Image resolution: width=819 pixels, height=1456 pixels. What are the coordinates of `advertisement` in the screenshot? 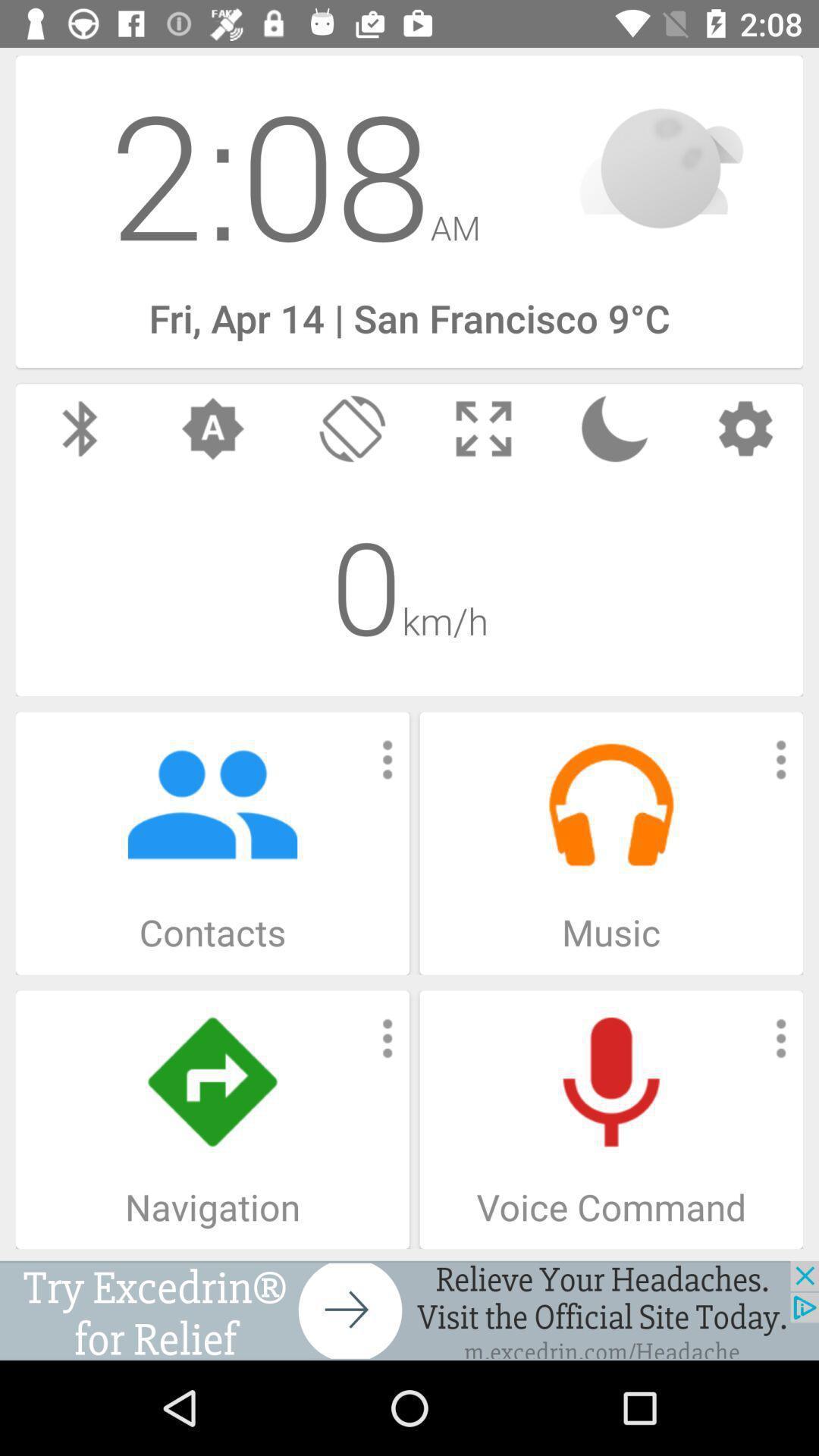 It's located at (409, 1310).